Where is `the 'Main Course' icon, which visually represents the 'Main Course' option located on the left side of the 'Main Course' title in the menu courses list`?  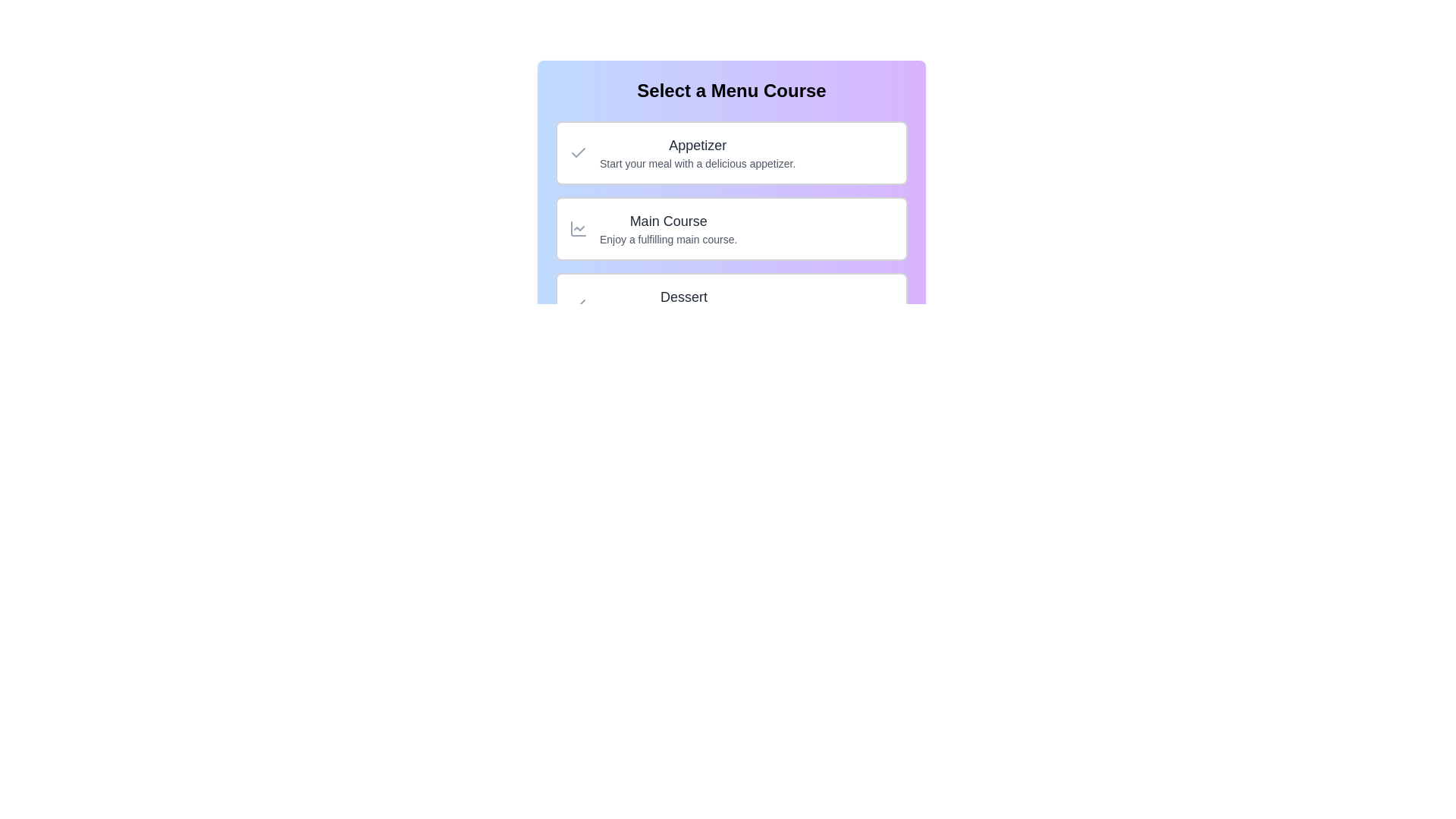
the 'Main Course' icon, which visually represents the 'Main Course' option located on the left side of the 'Main Course' title in the menu courses list is located at coordinates (578, 228).